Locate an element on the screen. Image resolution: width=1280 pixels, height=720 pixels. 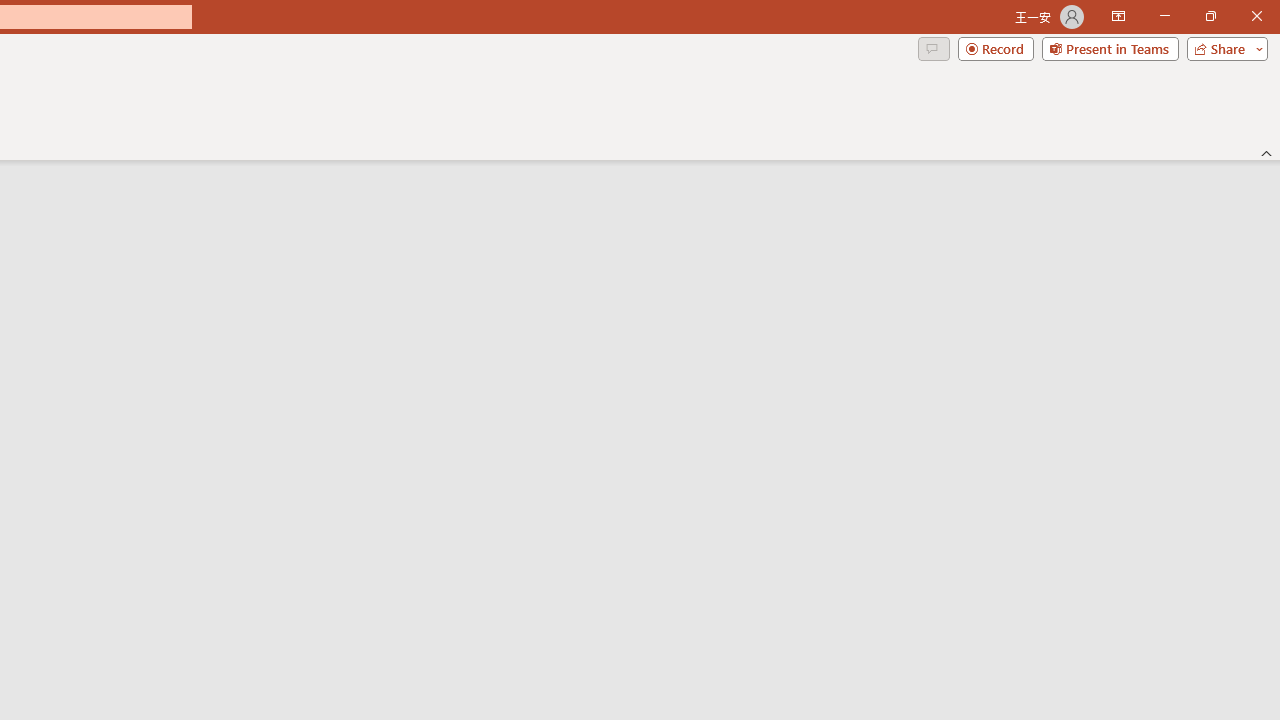
'Restore Down' is located at coordinates (1209, 16).